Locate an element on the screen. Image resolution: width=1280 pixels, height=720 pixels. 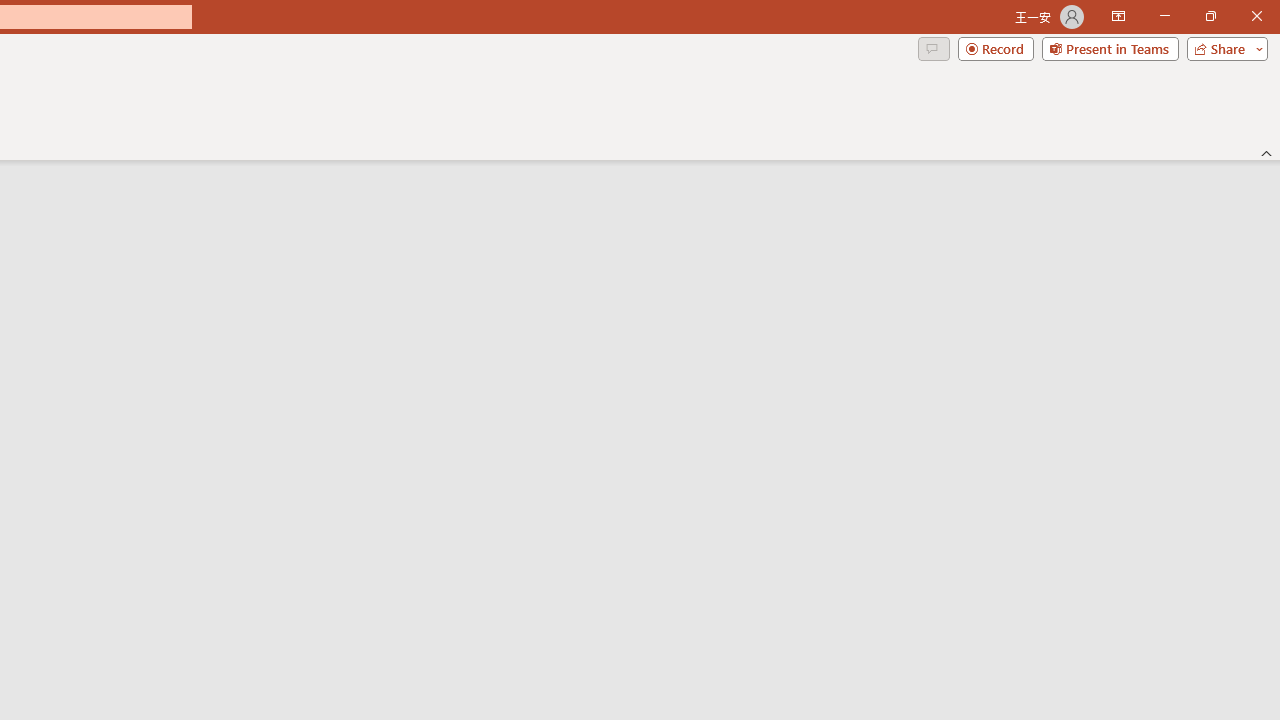
'Restore Down' is located at coordinates (1209, 16).